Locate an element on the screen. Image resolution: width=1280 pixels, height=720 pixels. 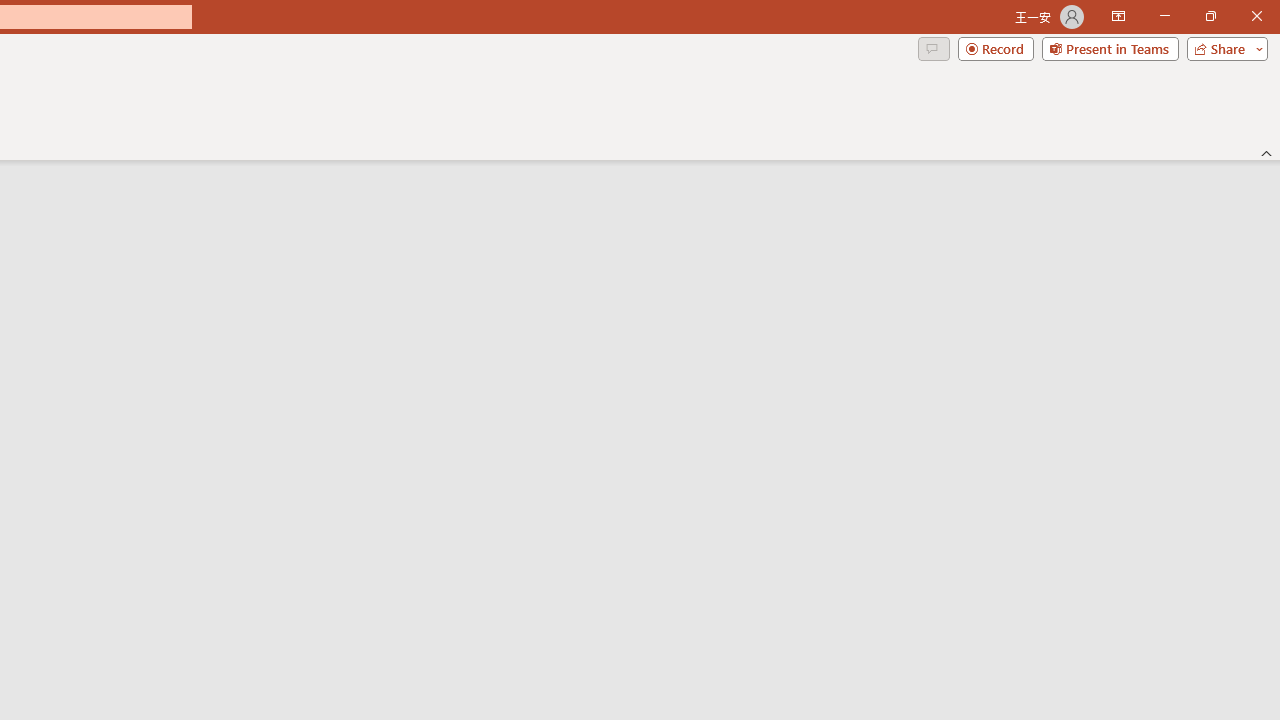
'Restore Down' is located at coordinates (1209, 16).